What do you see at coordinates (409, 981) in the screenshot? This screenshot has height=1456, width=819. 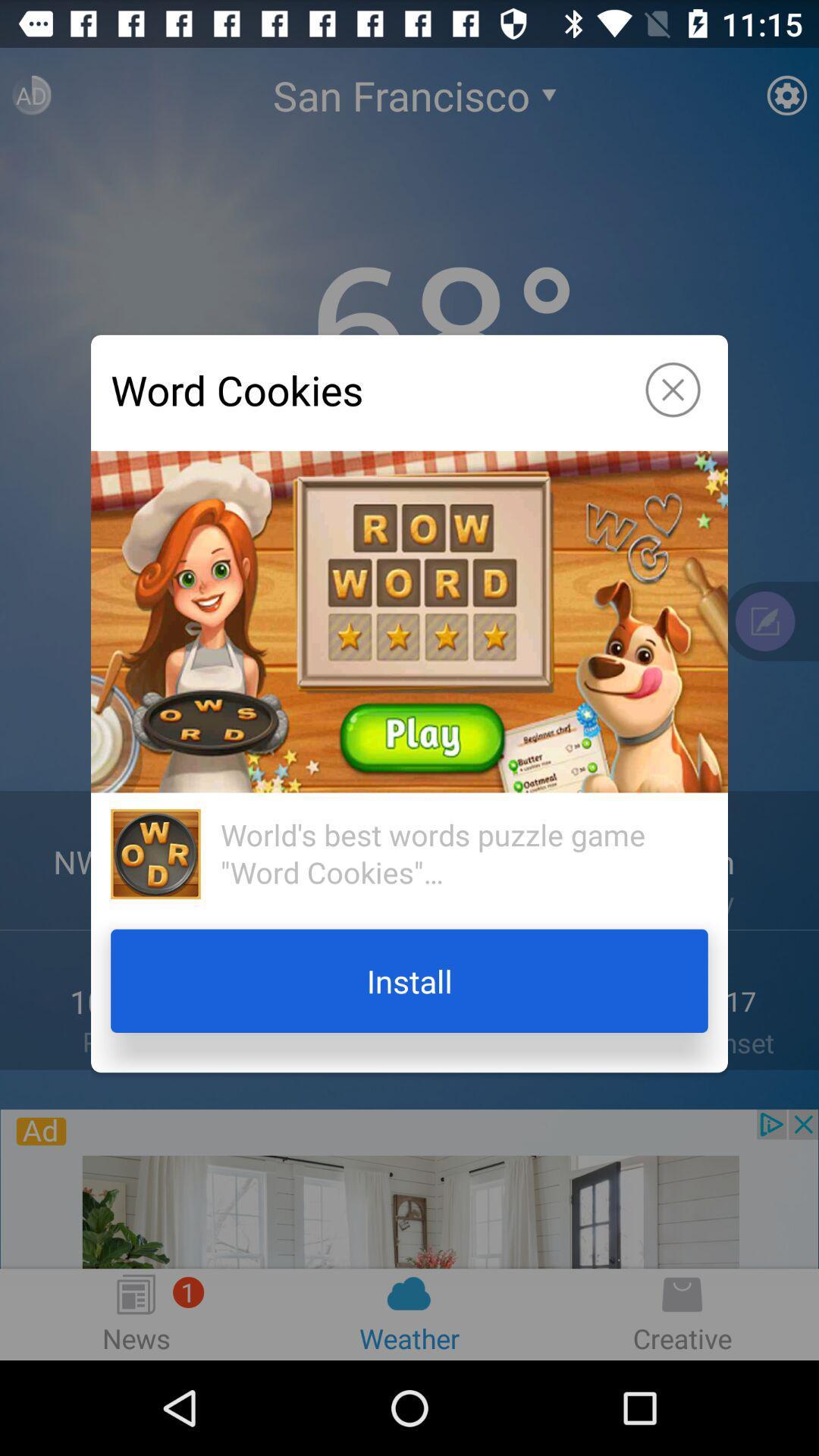 I see `the app at the bottom` at bounding box center [409, 981].